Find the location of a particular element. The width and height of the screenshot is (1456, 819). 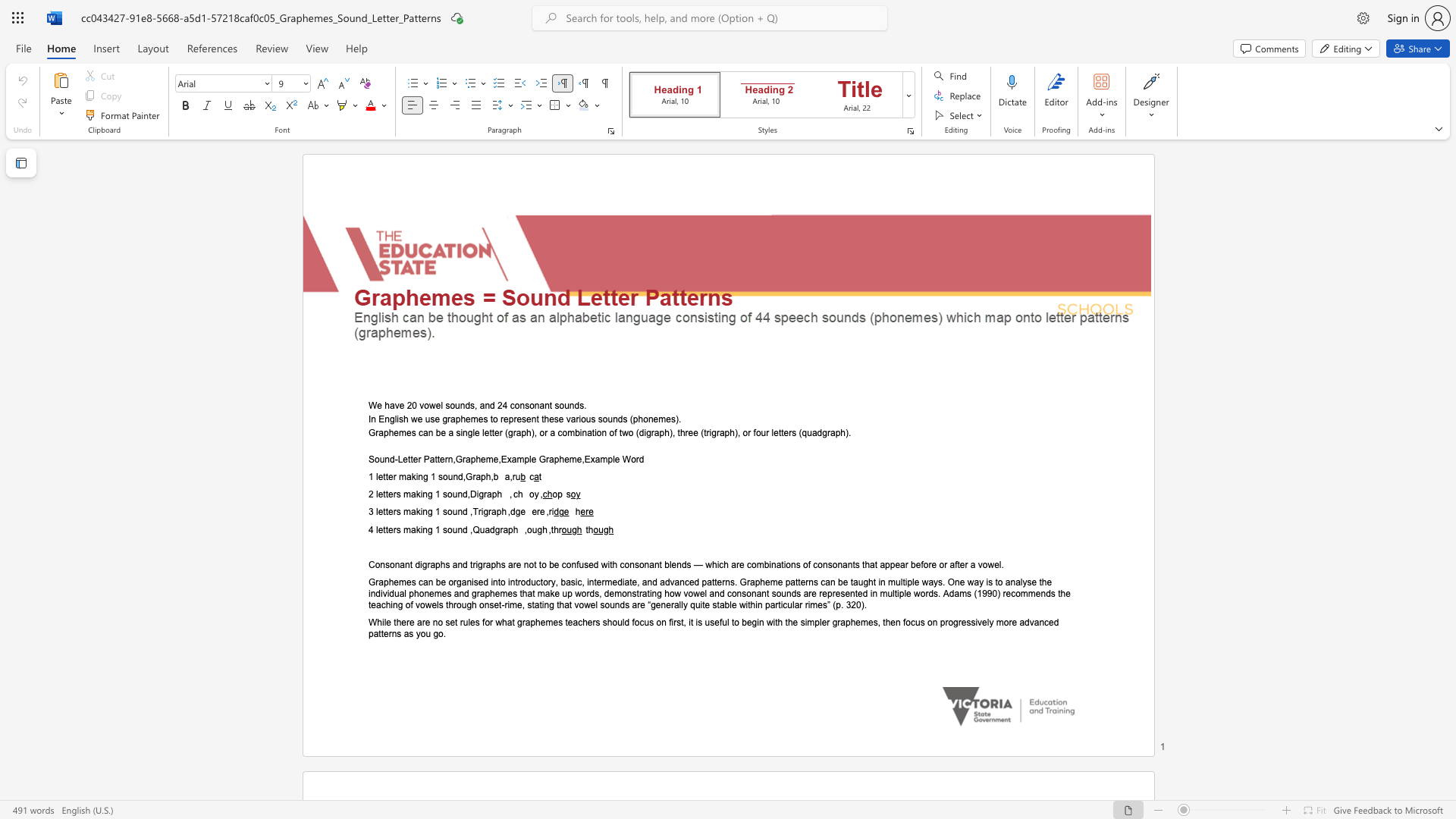

the subset text "o represent these various sounds (" within the text "In English we use graphemes to represent these various sounds (phonemes)." is located at coordinates (493, 419).